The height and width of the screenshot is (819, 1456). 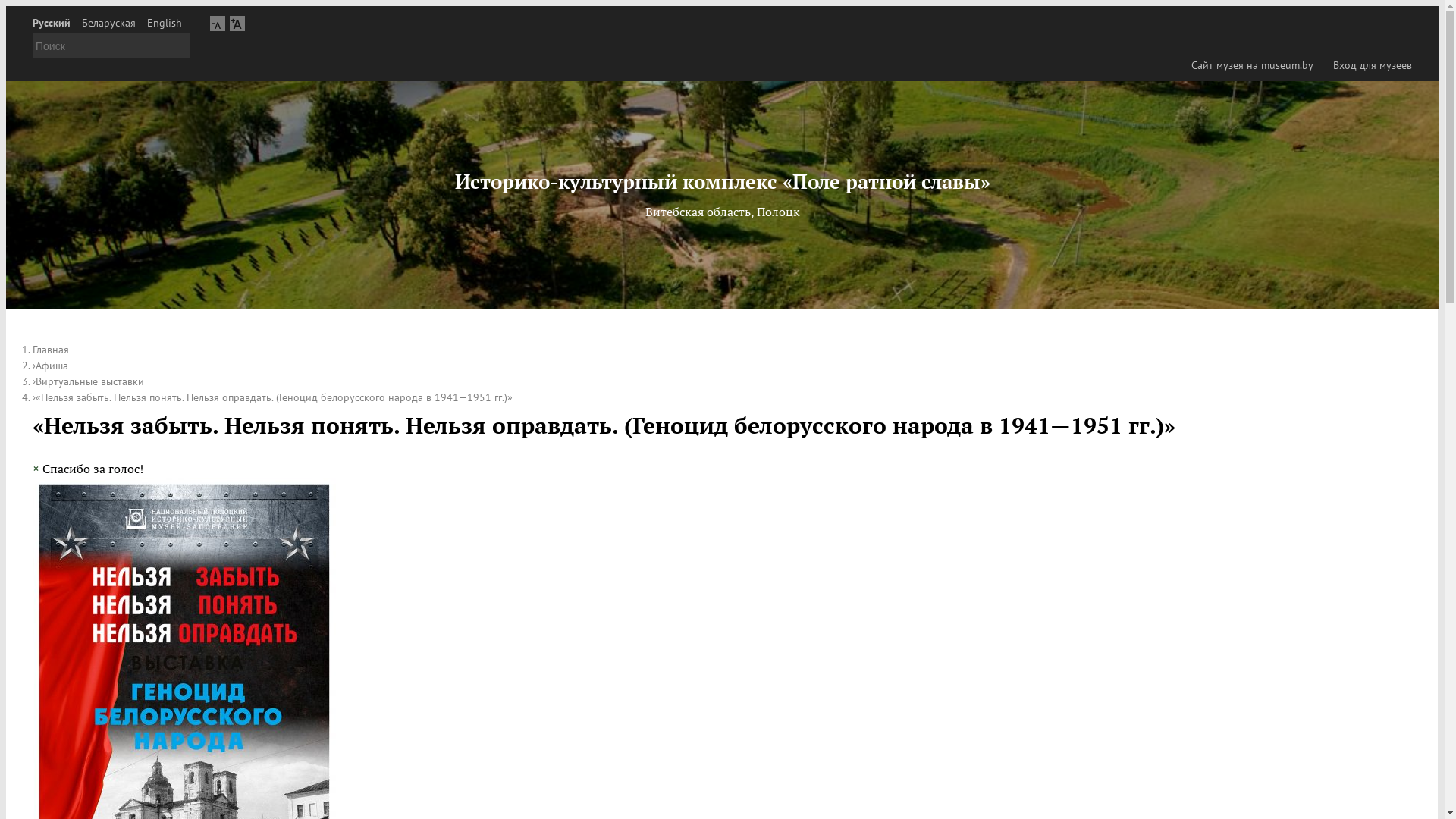 What do you see at coordinates (228, 23) in the screenshot?
I see `'A'` at bounding box center [228, 23].